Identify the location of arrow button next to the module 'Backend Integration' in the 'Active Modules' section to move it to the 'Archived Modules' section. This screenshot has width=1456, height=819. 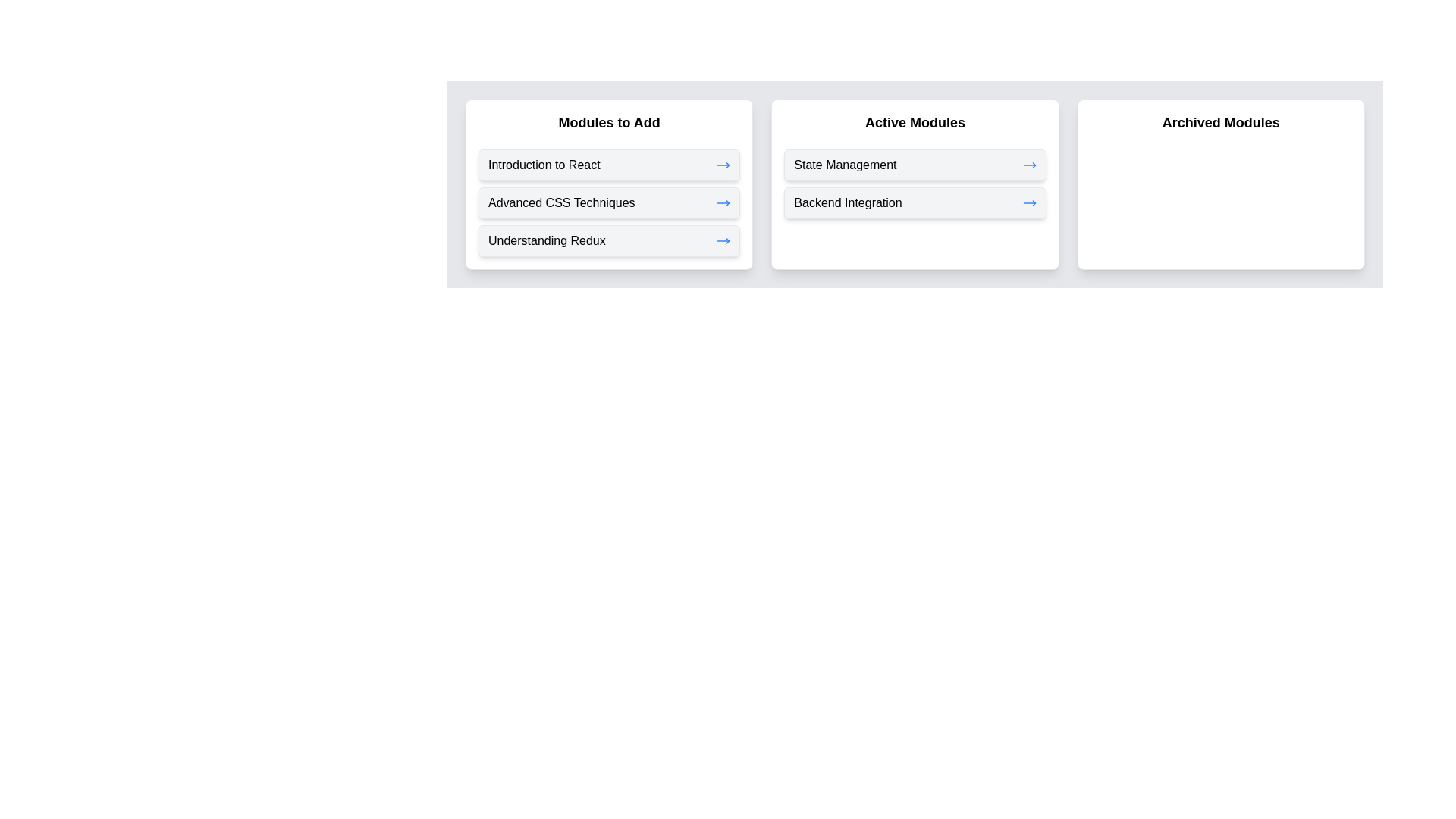
(1029, 202).